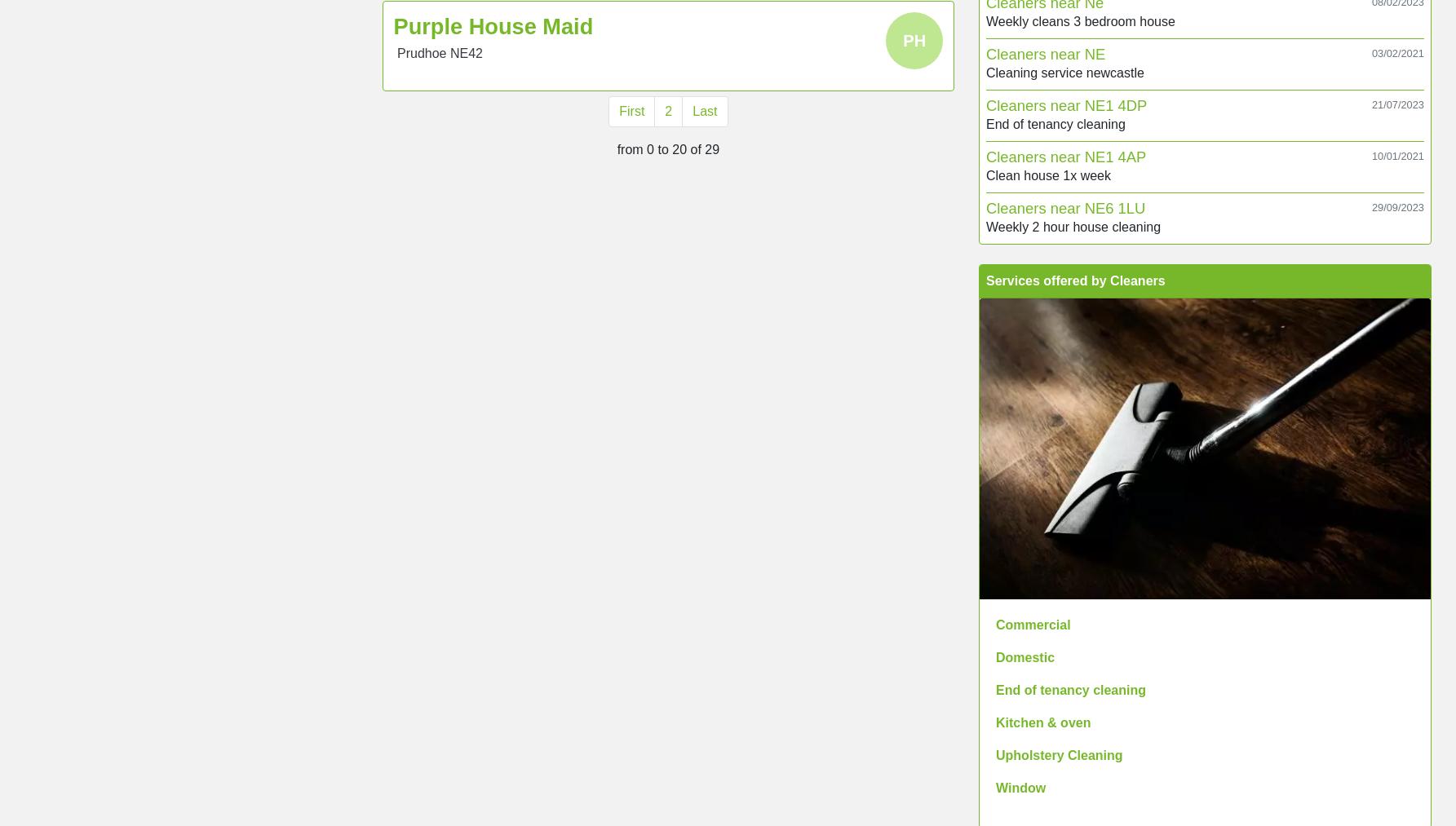  What do you see at coordinates (1396, 104) in the screenshot?
I see `'21/07/2023'` at bounding box center [1396, 104].